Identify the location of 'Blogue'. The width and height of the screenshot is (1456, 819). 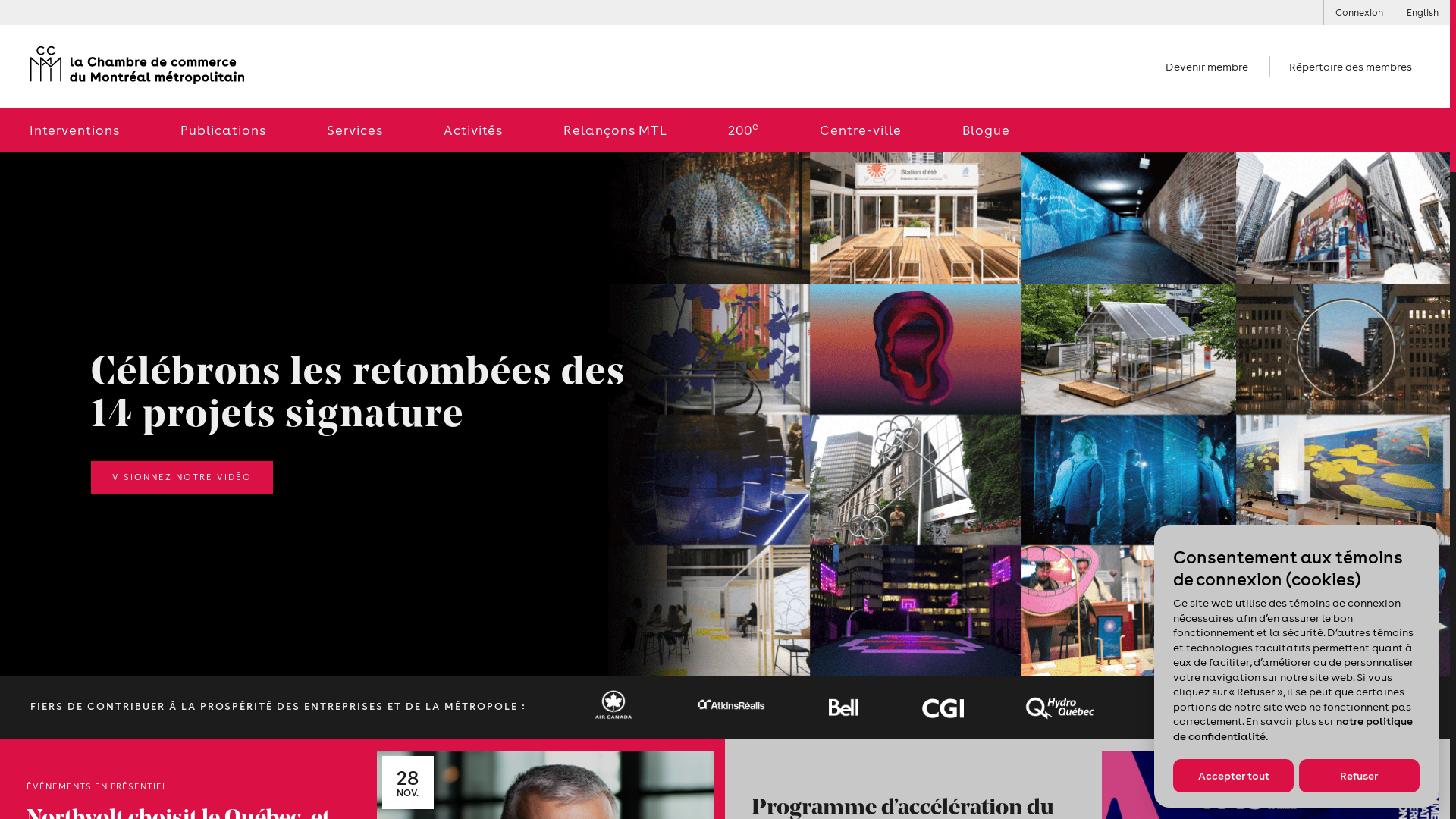
(930, 130).